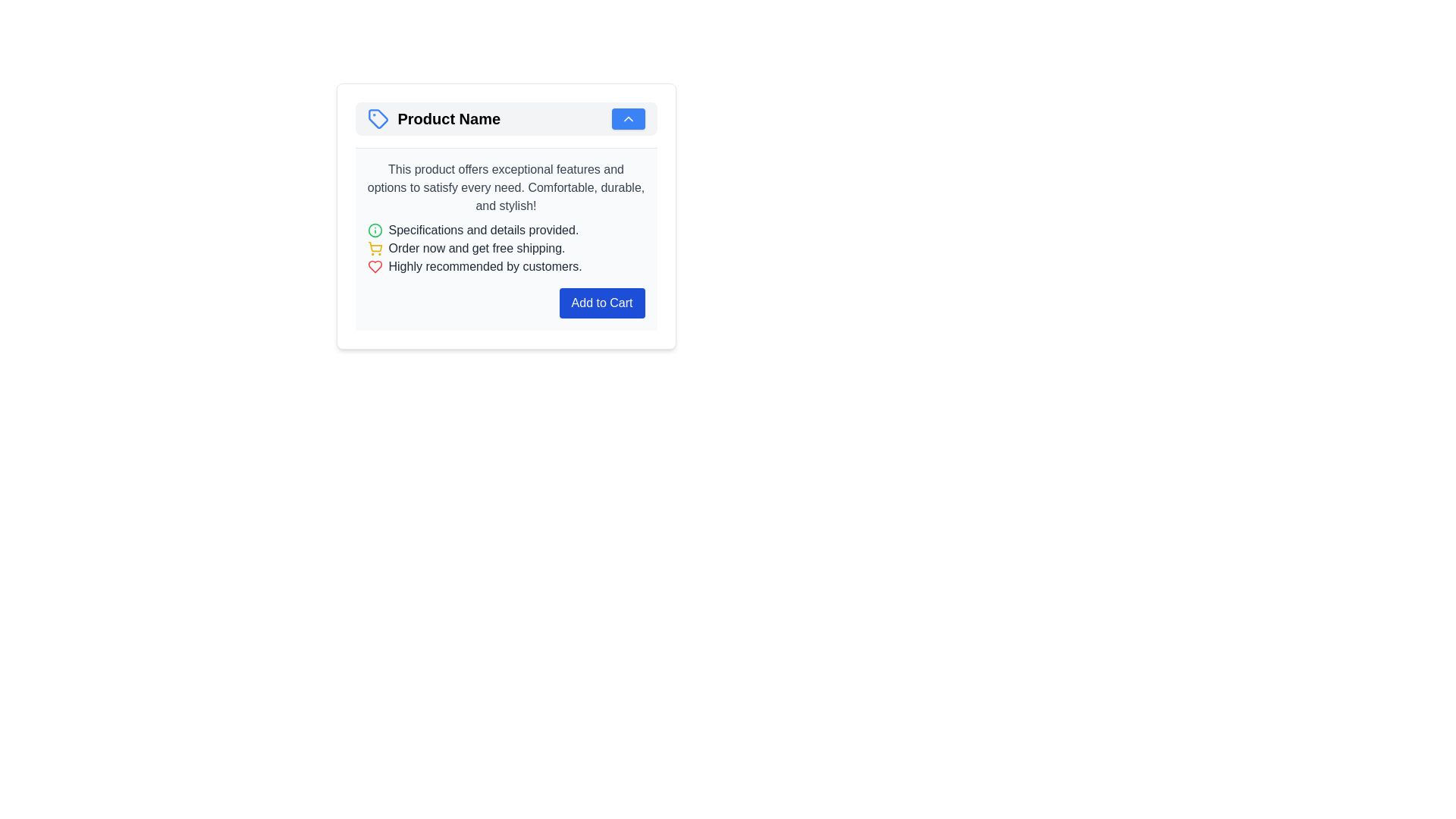 Image resolution: width=1456 pixels, height=819 pixels. I want to click on the shopping icon that indicates free shipping functionality, located on the left side of the text 'Order now and get free shipping.', so click(375, 247).